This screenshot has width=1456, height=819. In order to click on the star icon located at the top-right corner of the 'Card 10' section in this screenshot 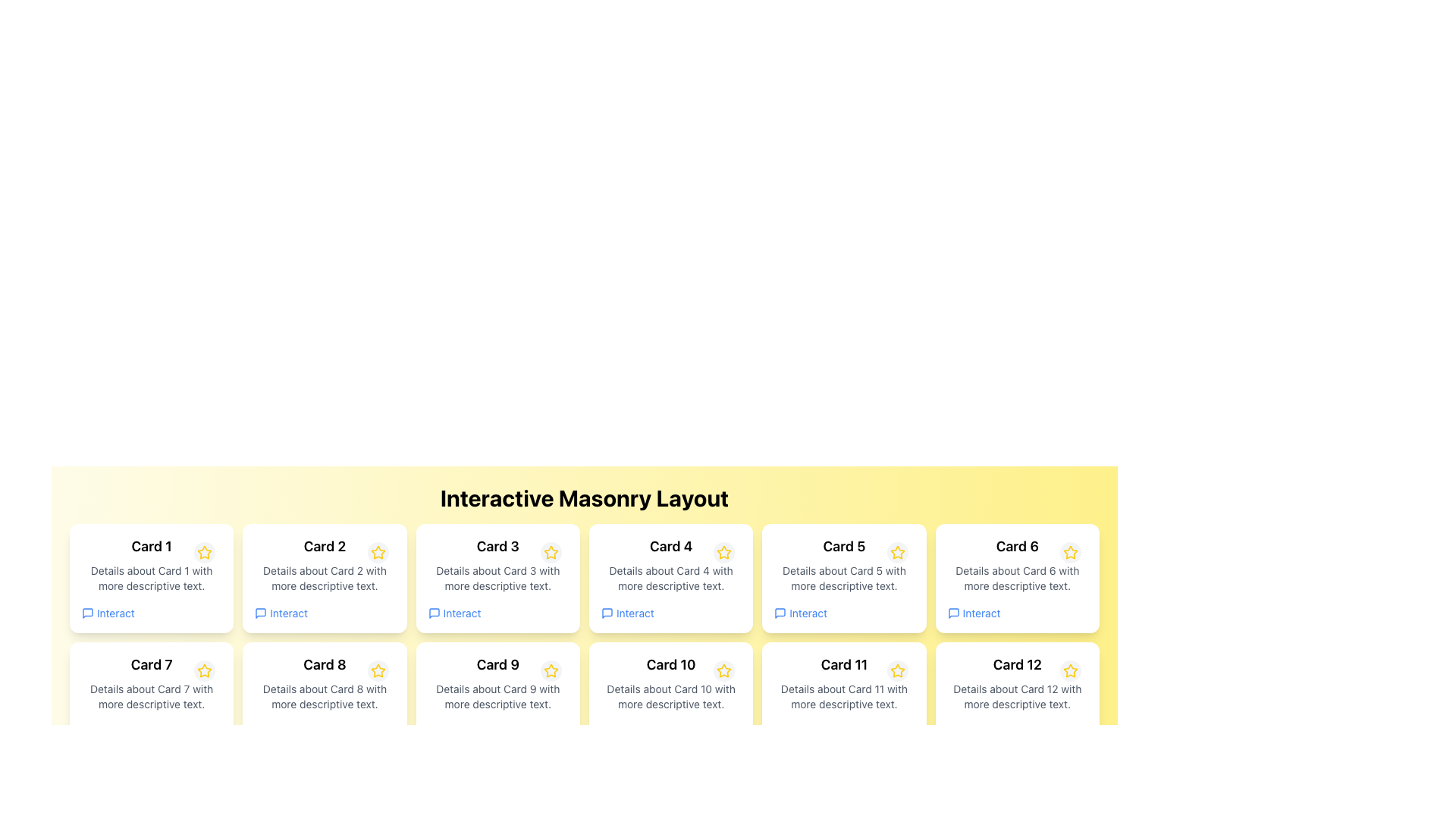, I will do `click(723, 670)`.